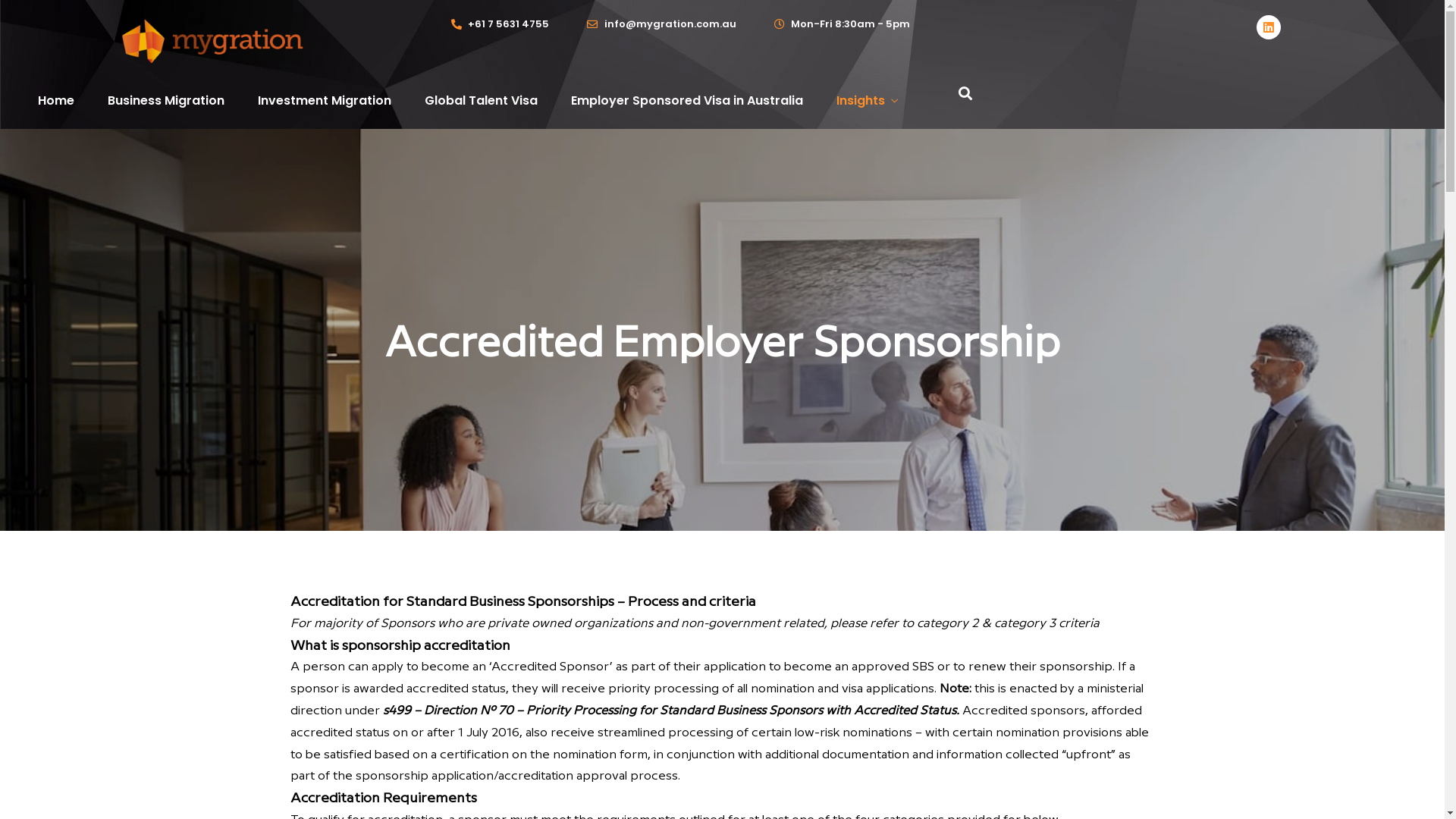 Image resolution: width=1456 pixels, height=819 pixels. I want to click on 'Employer Sponsored Visa in Australia', so click(686, 101).